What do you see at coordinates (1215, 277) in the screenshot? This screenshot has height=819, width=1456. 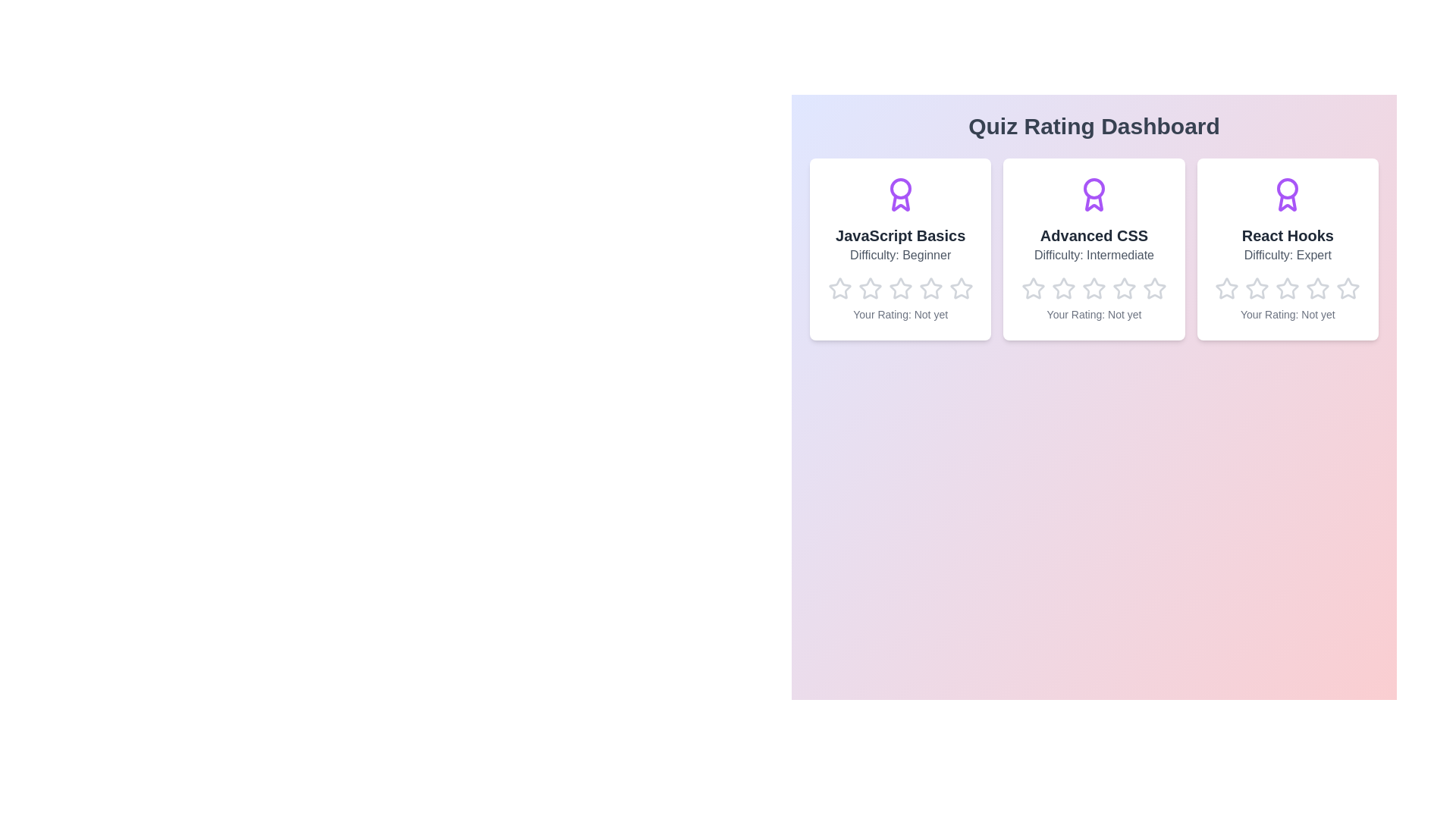 I see `the star corresponding to the rating 1 for the quiz React Hooks` at bounding box center [1215, 277].